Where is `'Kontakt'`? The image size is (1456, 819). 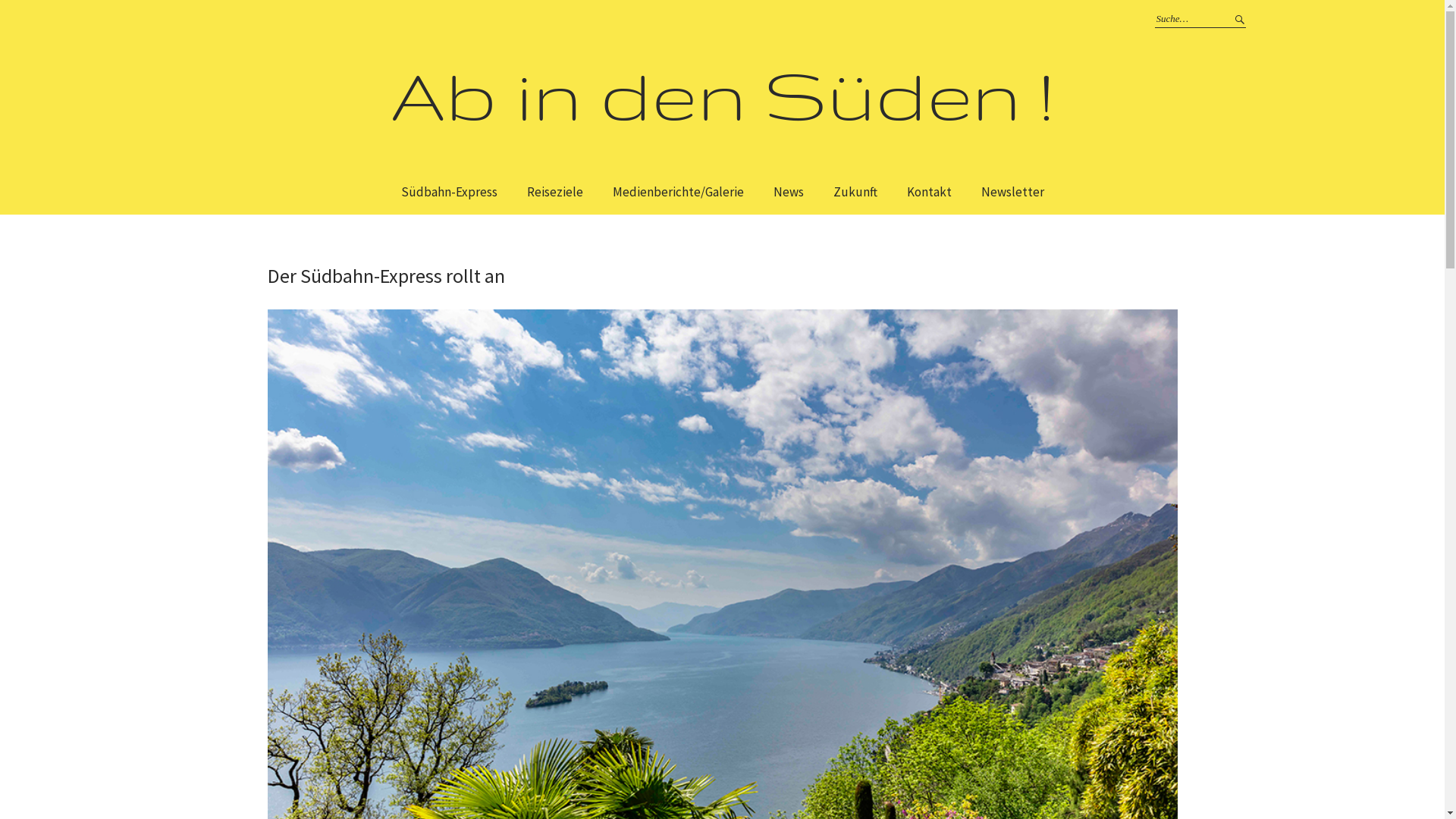 'Kontakt' is located at coordinates (928, 191).